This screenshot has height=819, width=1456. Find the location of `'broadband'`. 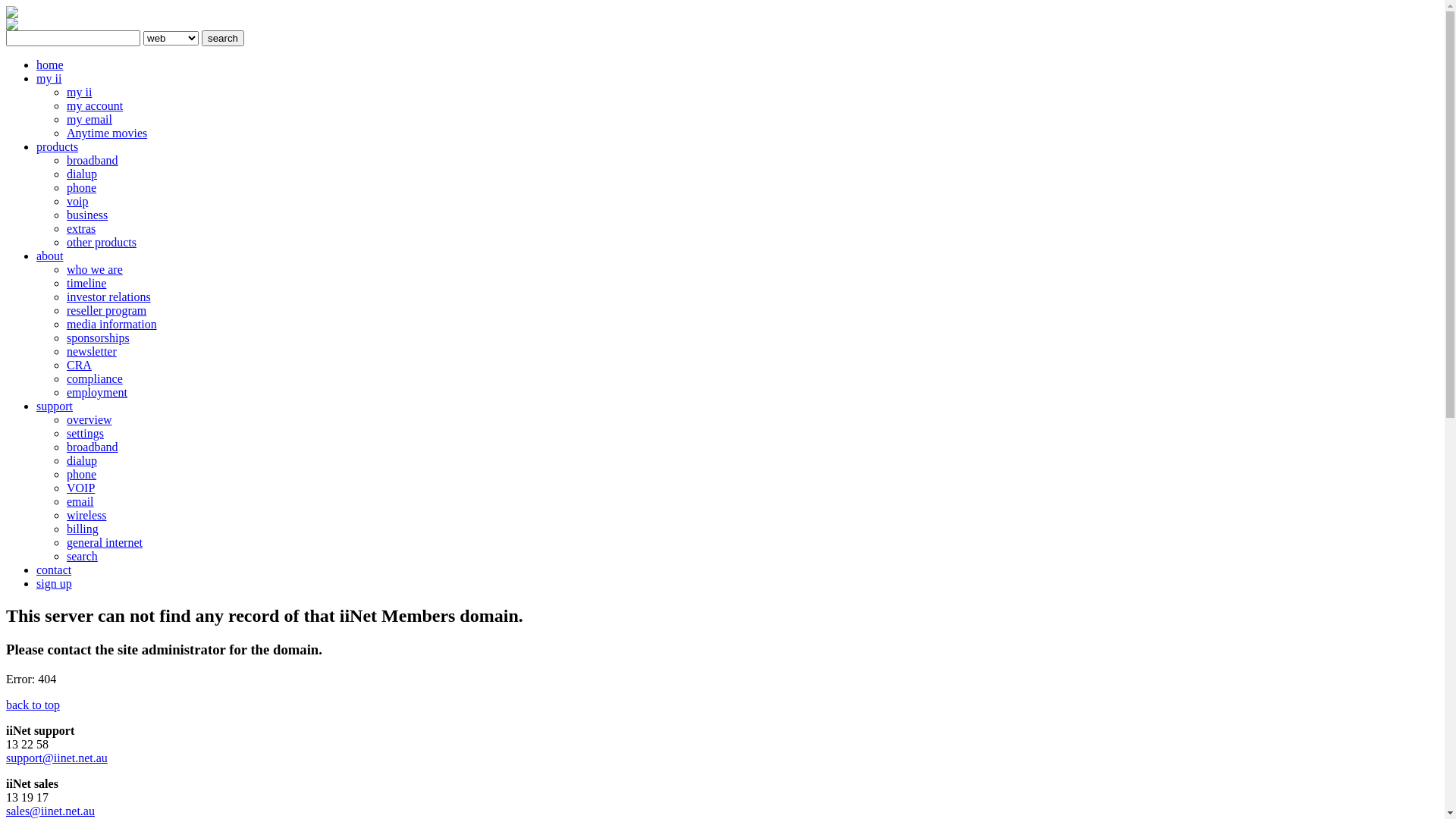

'broadband' is located at coordinates (91, 446).